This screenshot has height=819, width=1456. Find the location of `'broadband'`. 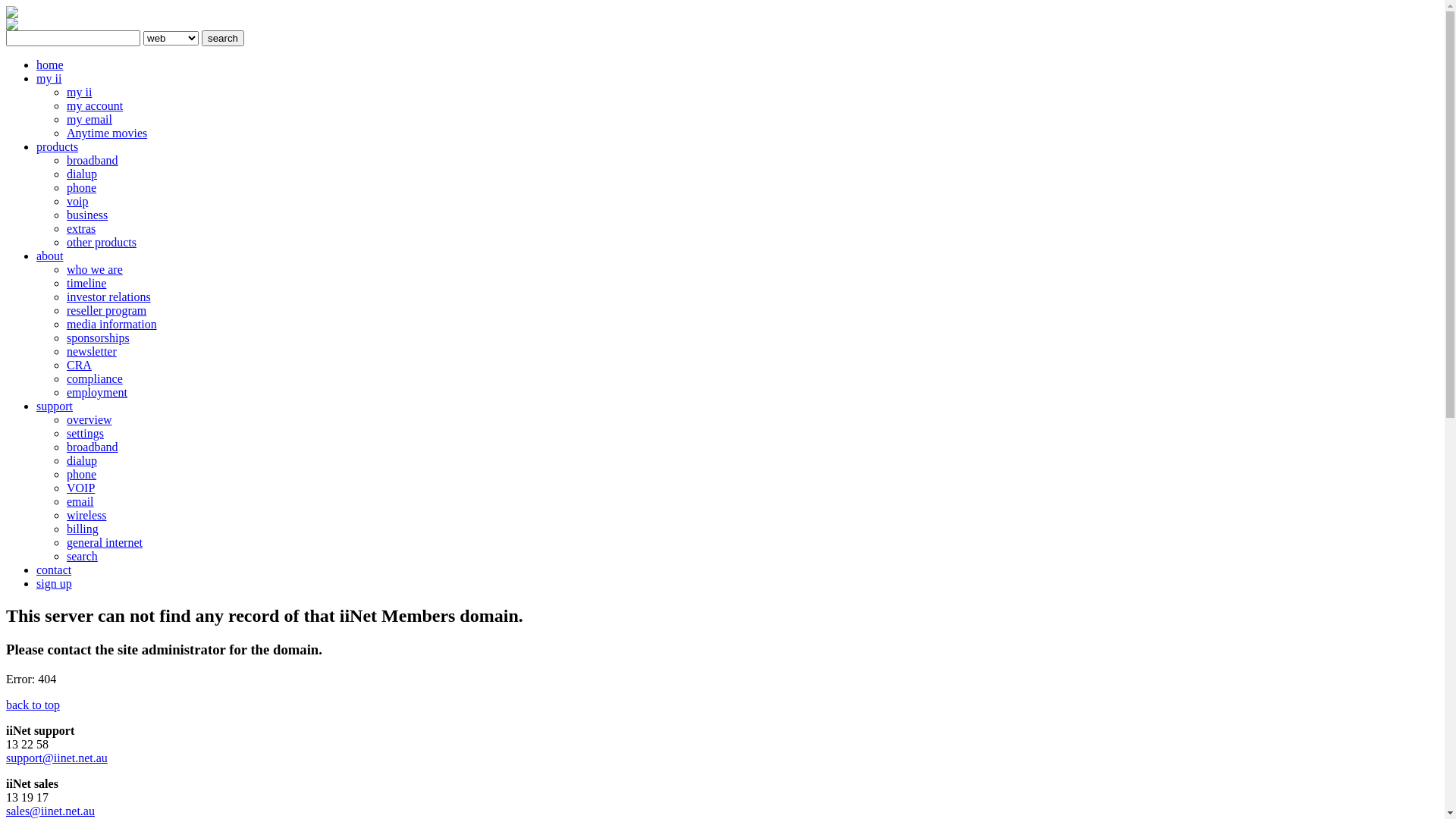

'broadband' is located at coordinates (91, 446).